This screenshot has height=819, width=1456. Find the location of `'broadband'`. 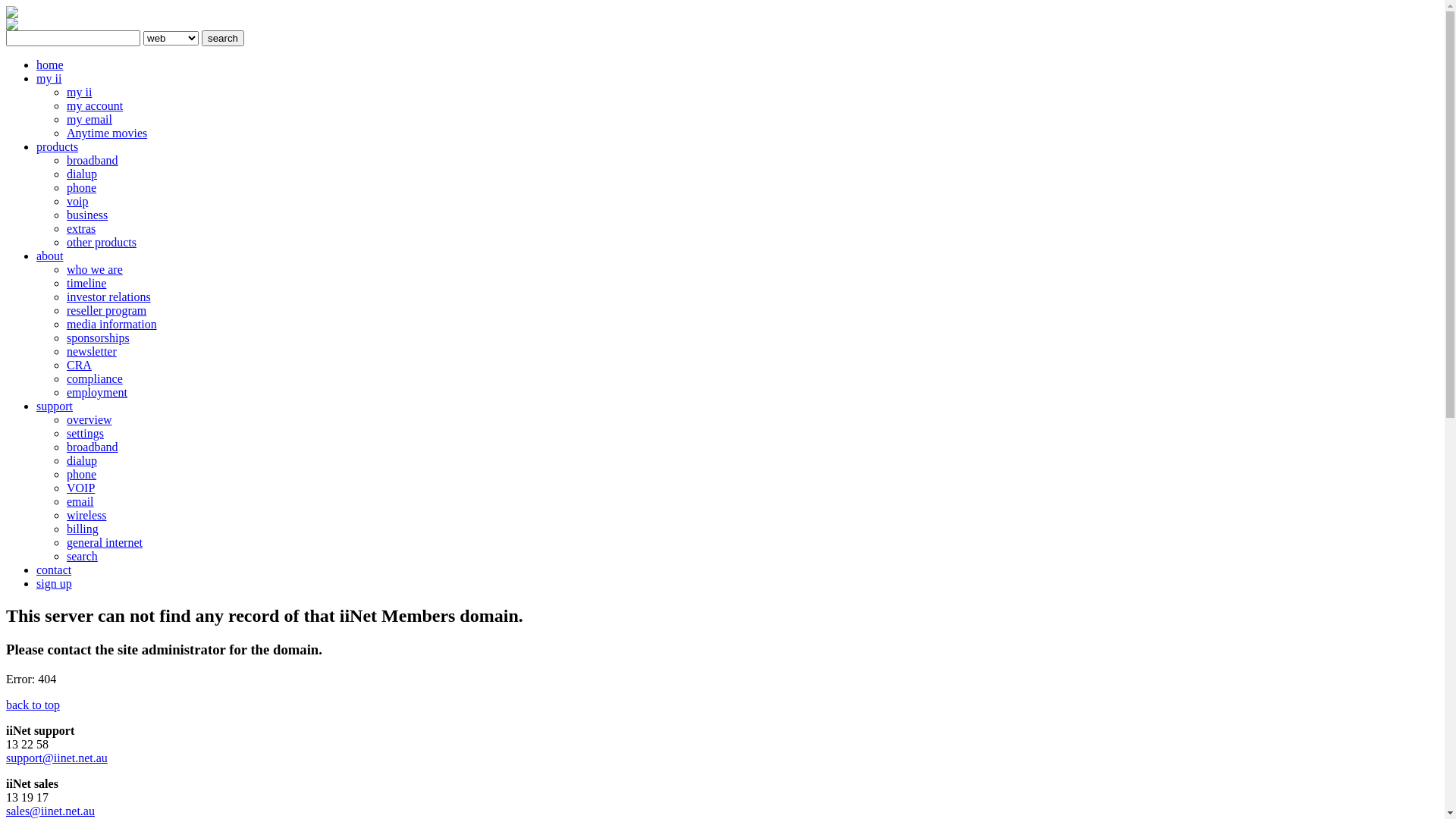

'broadband' is located at coordinates (91, 446).